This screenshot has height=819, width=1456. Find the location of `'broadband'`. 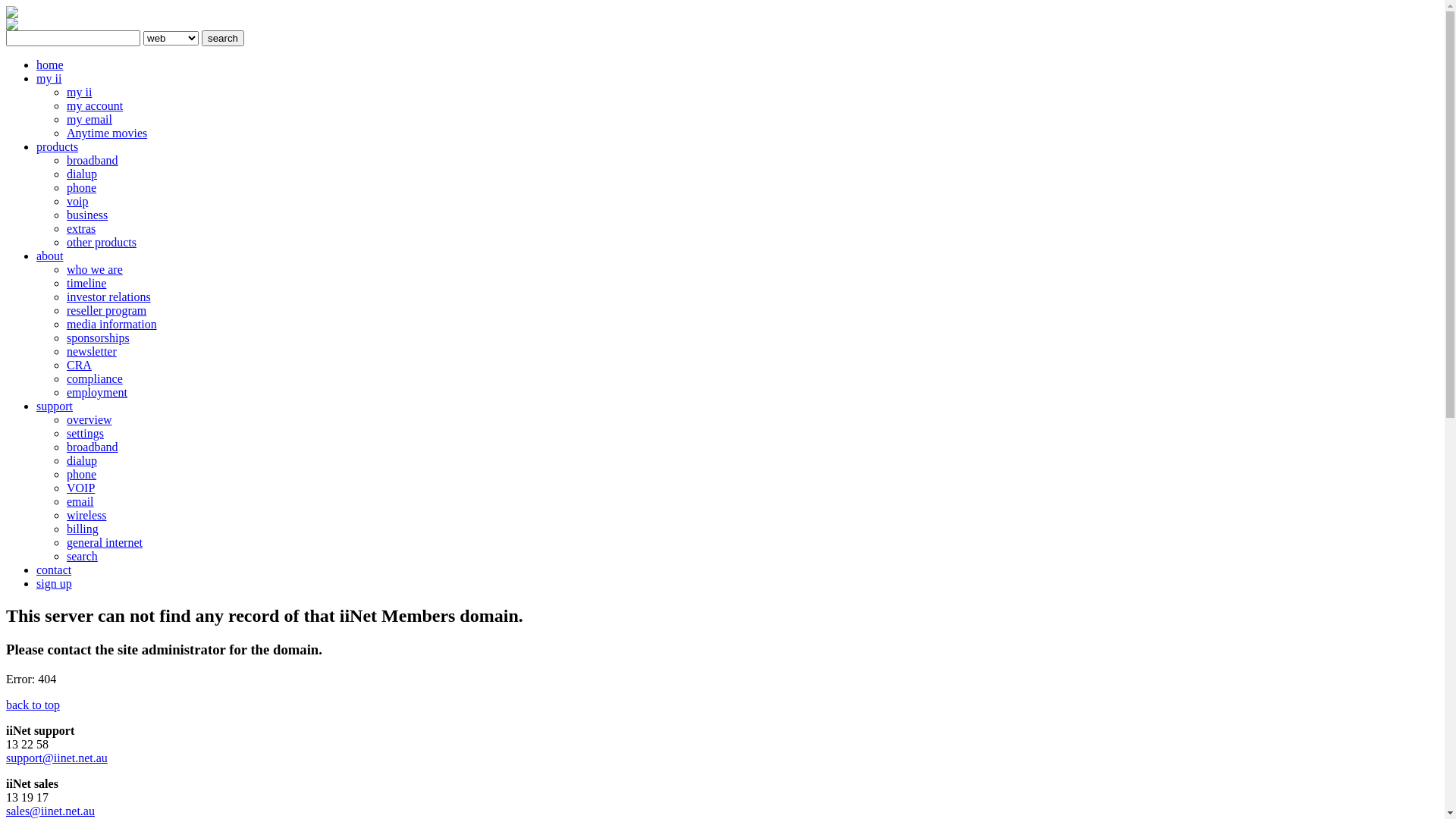

'broadband' is located at coordinates (91, 446).